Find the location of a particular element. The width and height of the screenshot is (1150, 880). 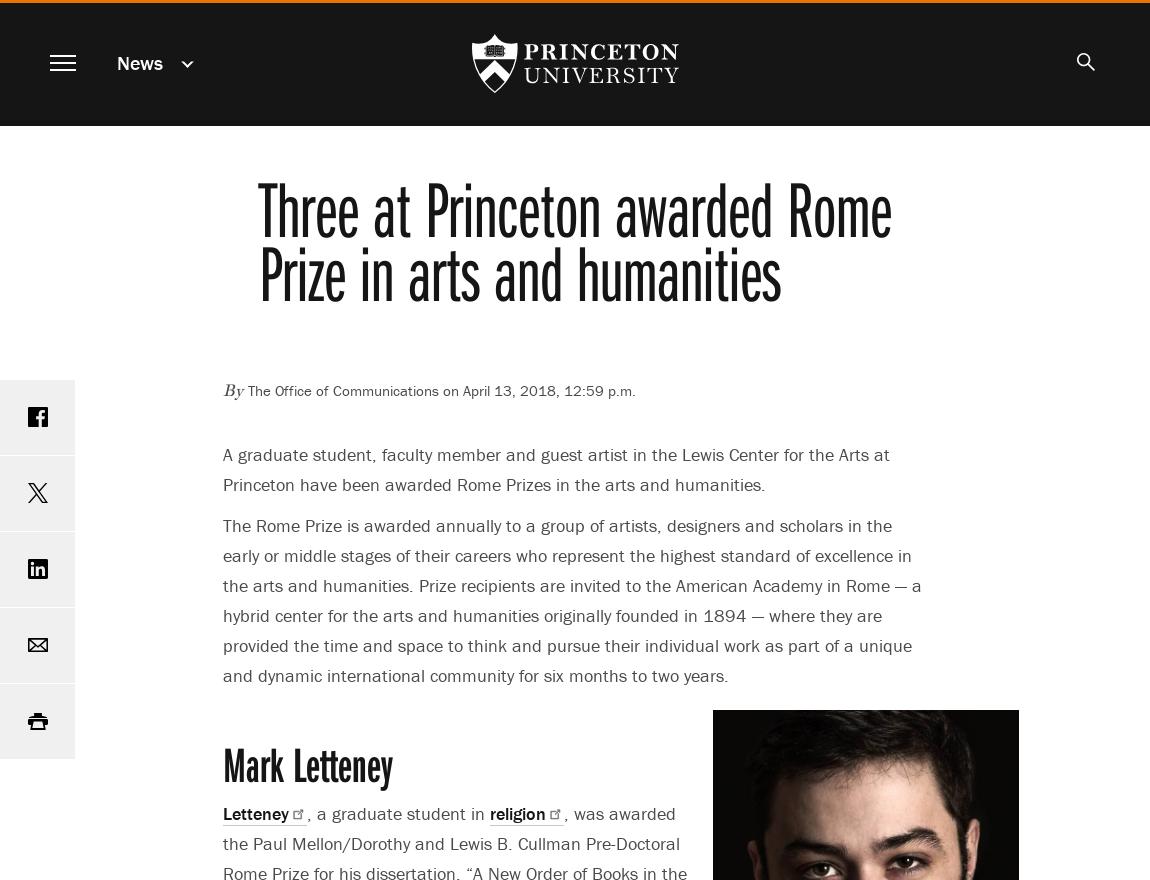

'religion' is located at coordinates (517, 811).